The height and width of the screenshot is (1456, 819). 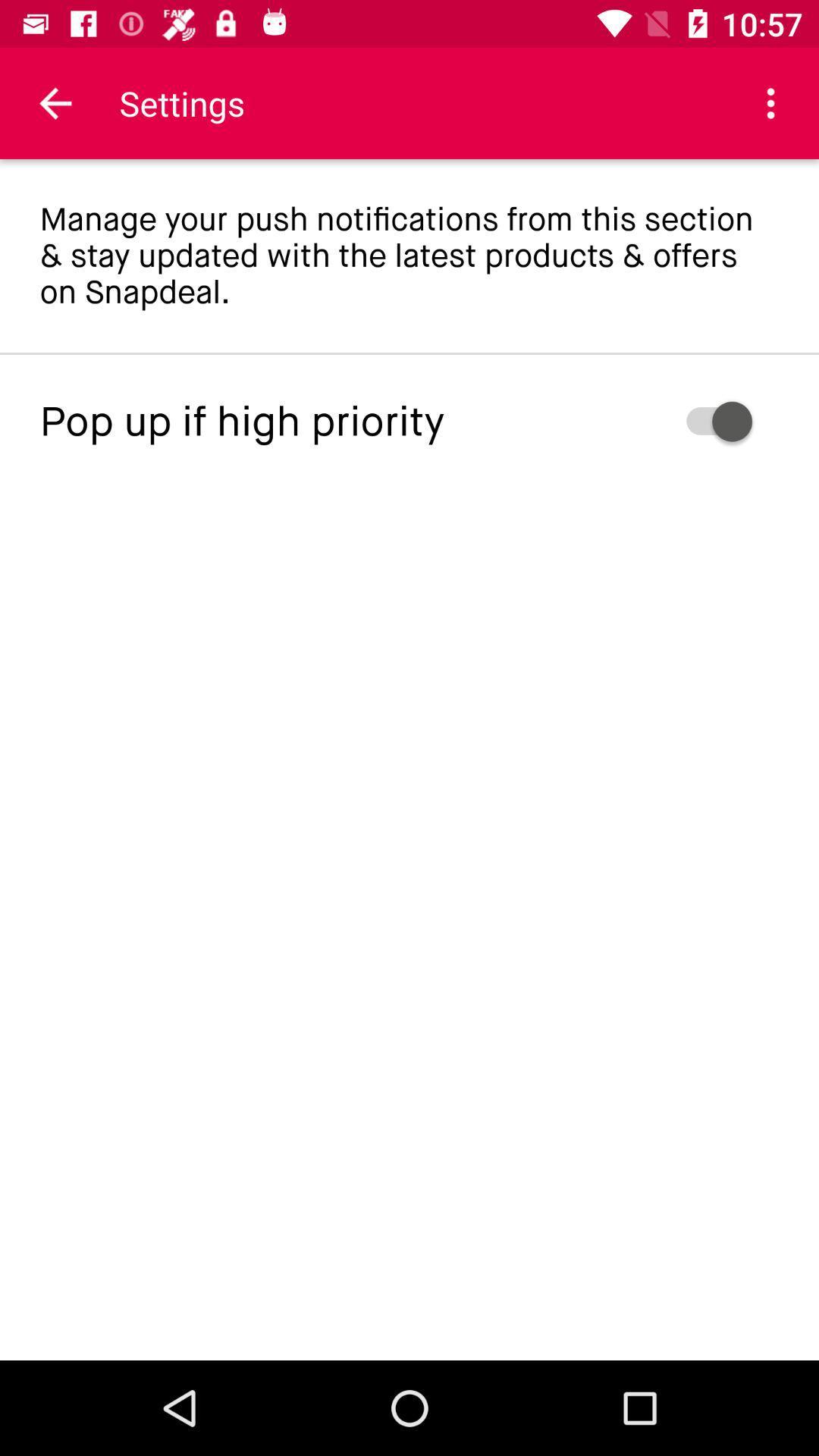 I want to click on app to the right of the settings item, so click(x=771, y=102).